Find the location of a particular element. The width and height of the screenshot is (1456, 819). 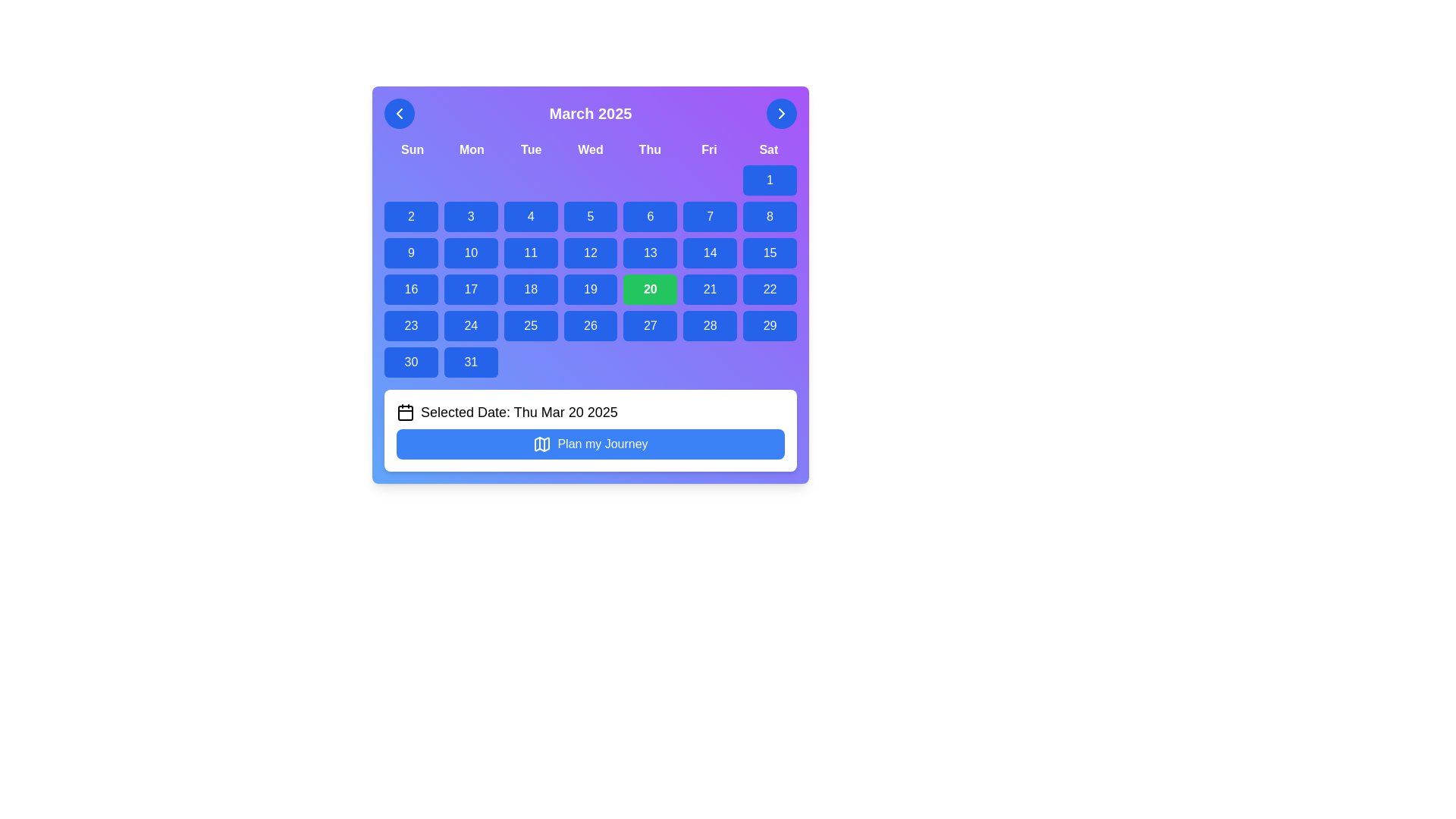

the rectangular button displaying the text '23' with a blue background is located at coordinates (411, 325).